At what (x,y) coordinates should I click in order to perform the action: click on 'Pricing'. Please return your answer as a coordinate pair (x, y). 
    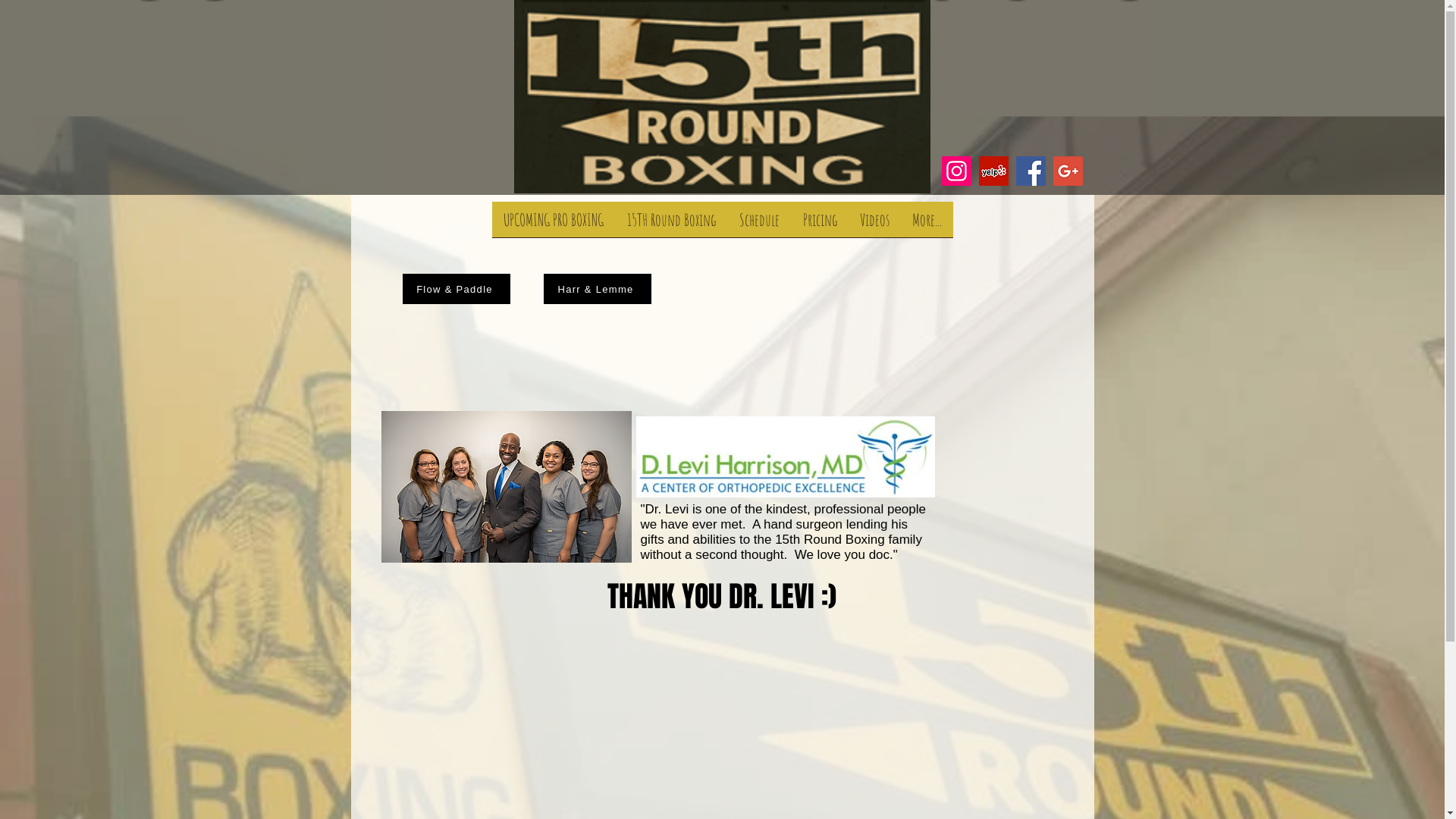
    Looking at the image, I should click on (819, 224).